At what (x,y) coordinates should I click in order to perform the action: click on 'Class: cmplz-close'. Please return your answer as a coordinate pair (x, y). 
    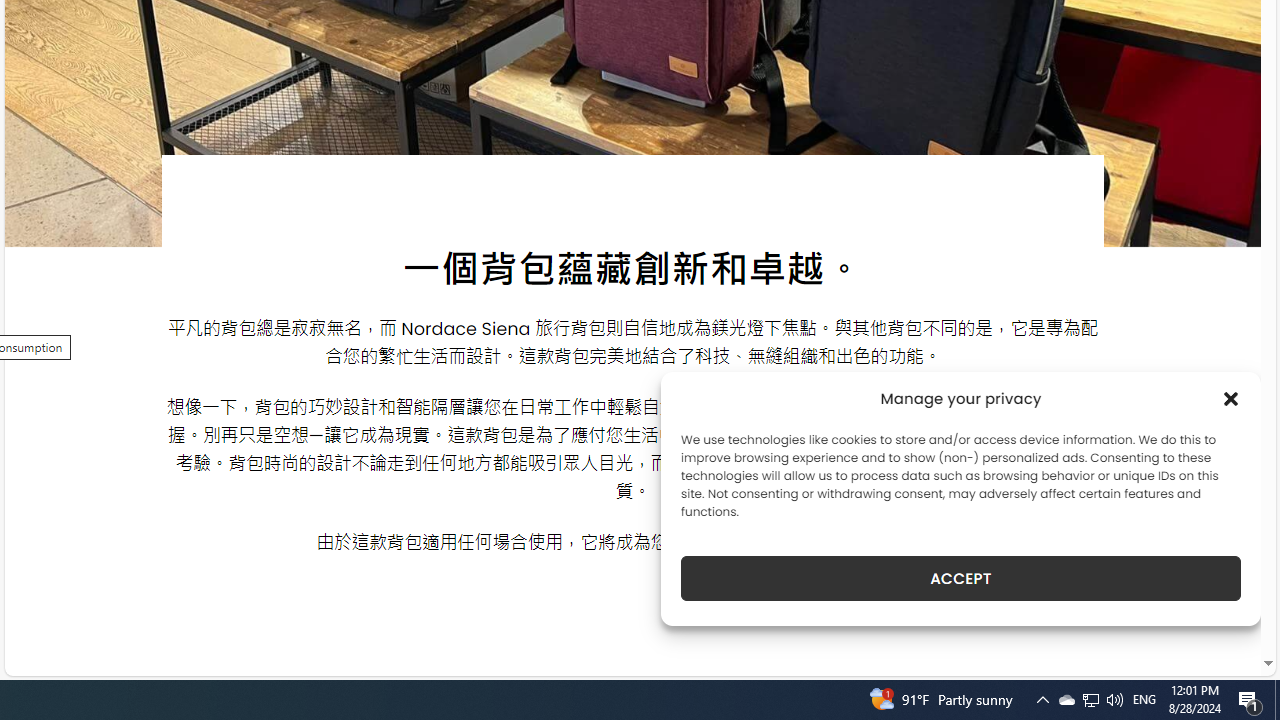
    Looking at the image, I should click on (1230, 398).